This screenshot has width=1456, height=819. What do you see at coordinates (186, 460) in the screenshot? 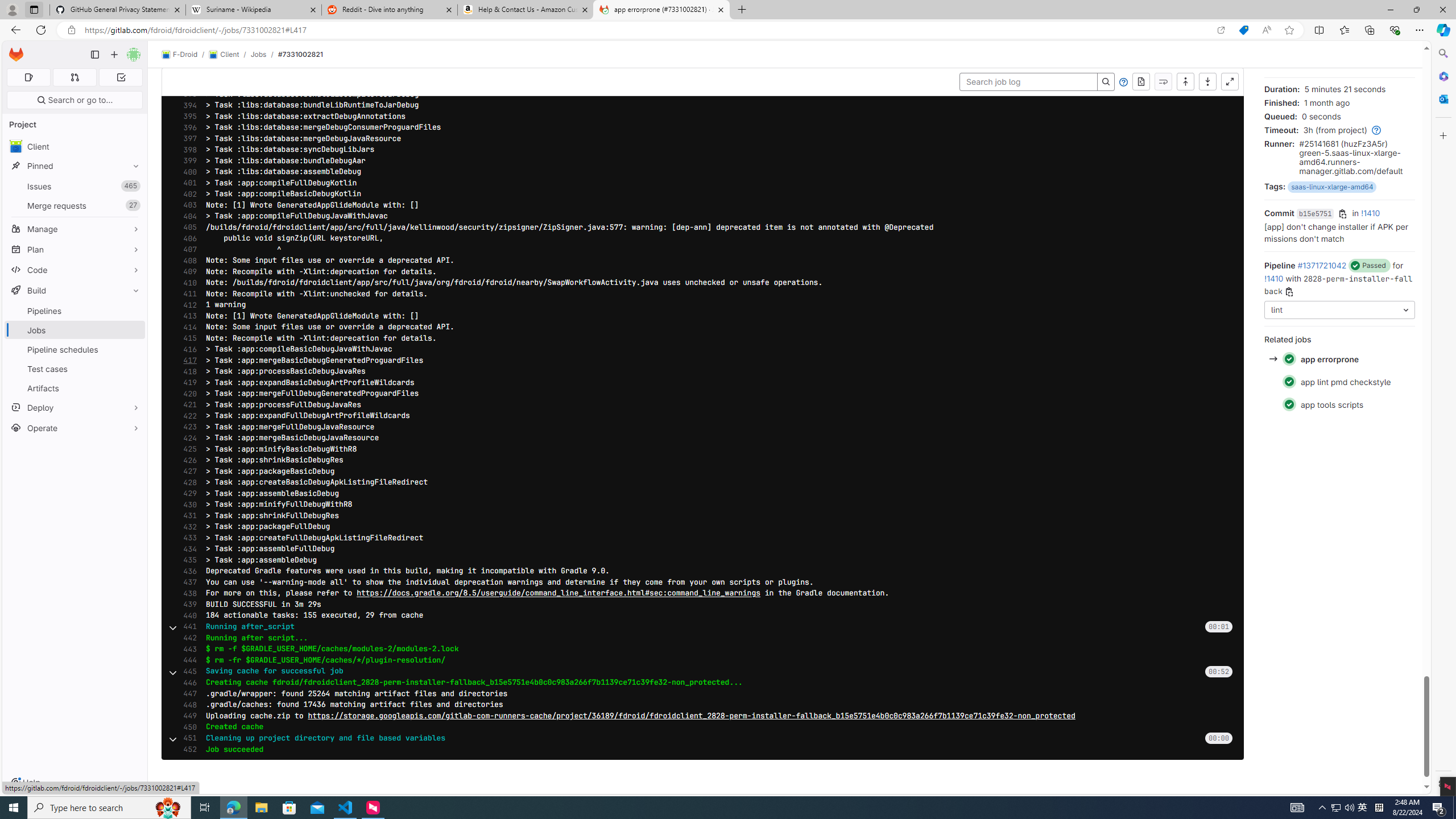
I see `'426'` at bounding box center [186, 460].